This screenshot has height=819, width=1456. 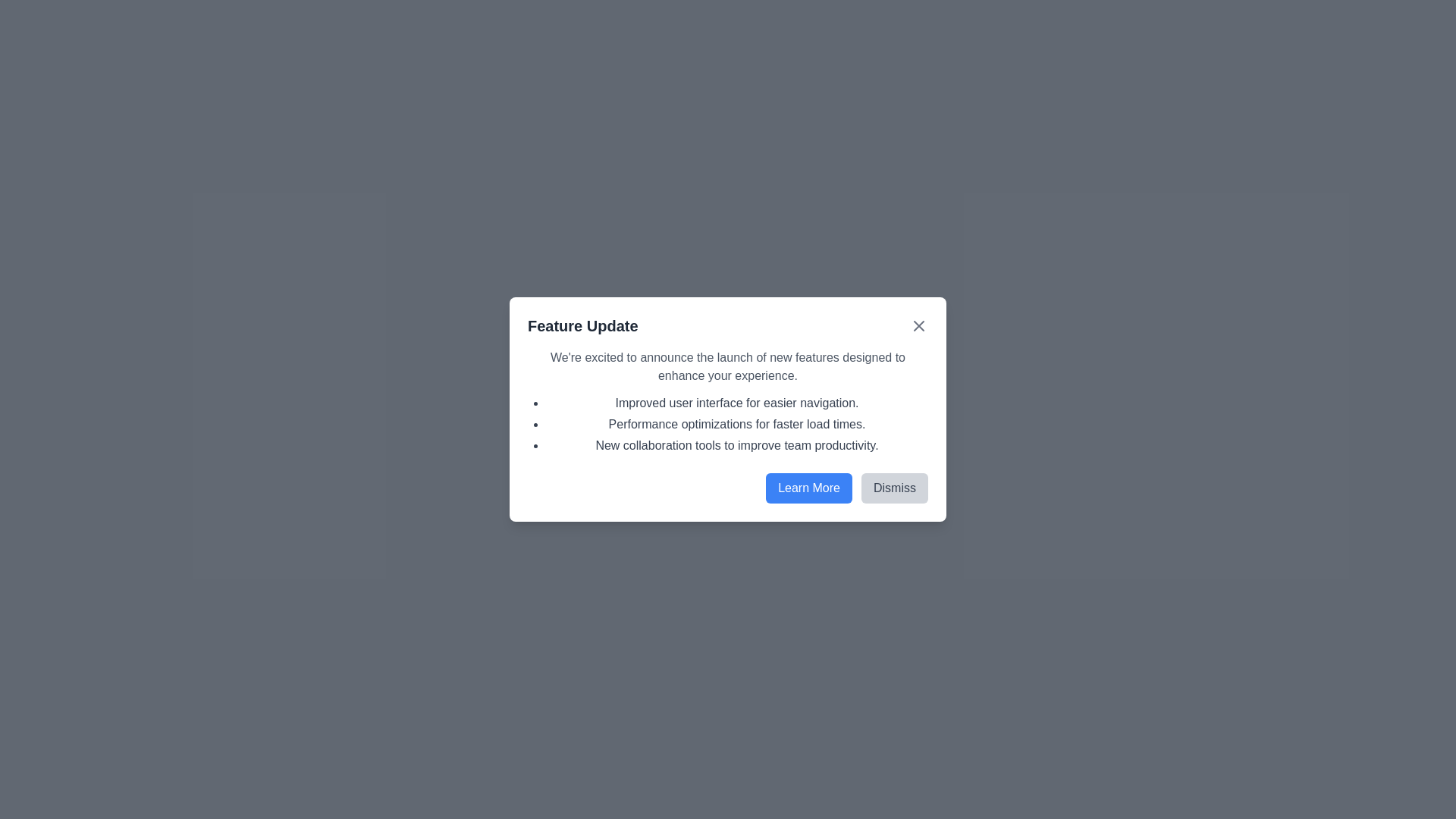 What do you see at coordinates (808, 488) in the screenshot?
I see `the 'Learn More' button to proceed to additional information` at bounding box center [808, 488].